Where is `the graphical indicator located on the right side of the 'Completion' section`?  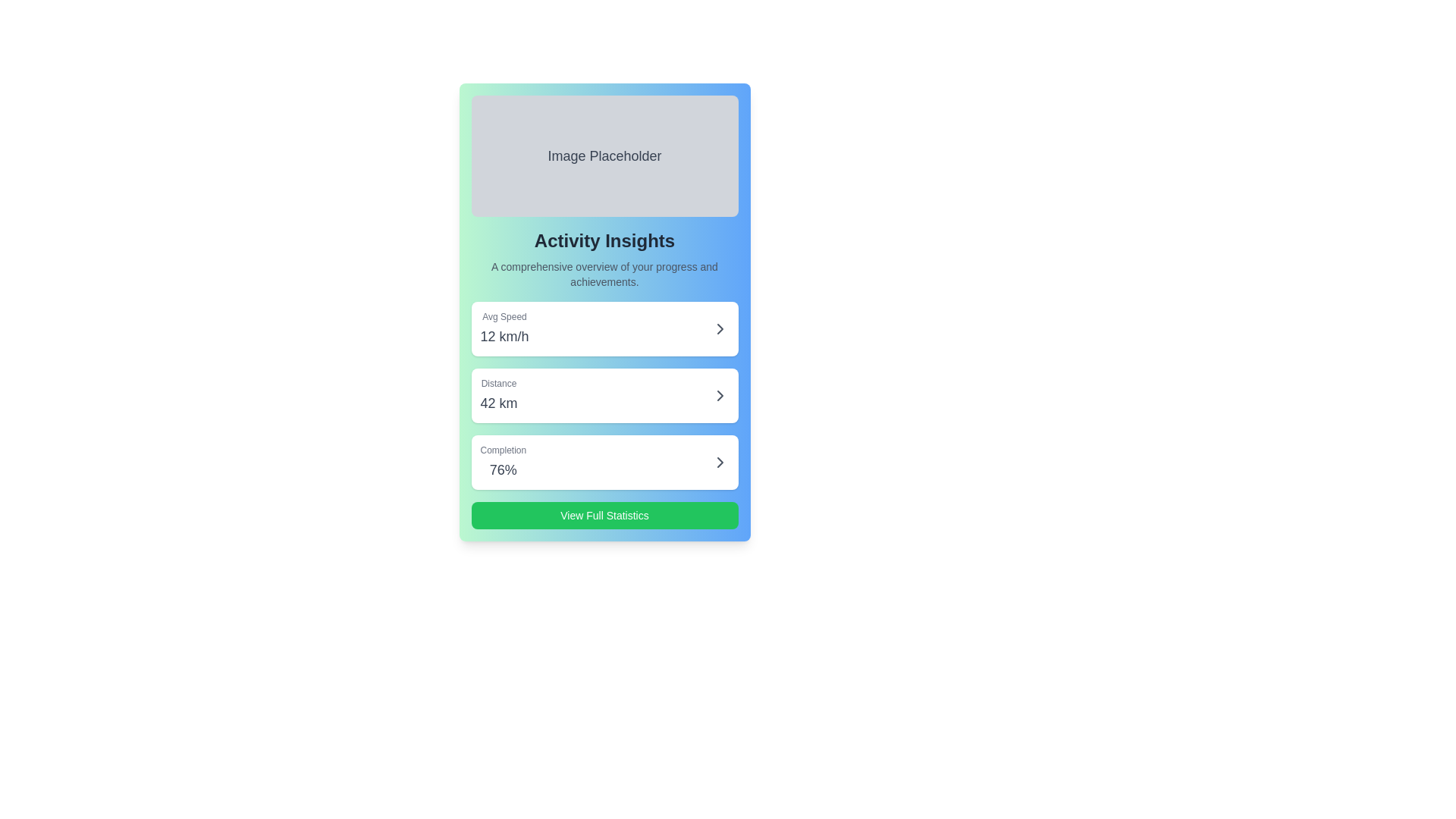
the graphical indicator located on the right side of the 'Completion' section is located at coordinates (719, 461).